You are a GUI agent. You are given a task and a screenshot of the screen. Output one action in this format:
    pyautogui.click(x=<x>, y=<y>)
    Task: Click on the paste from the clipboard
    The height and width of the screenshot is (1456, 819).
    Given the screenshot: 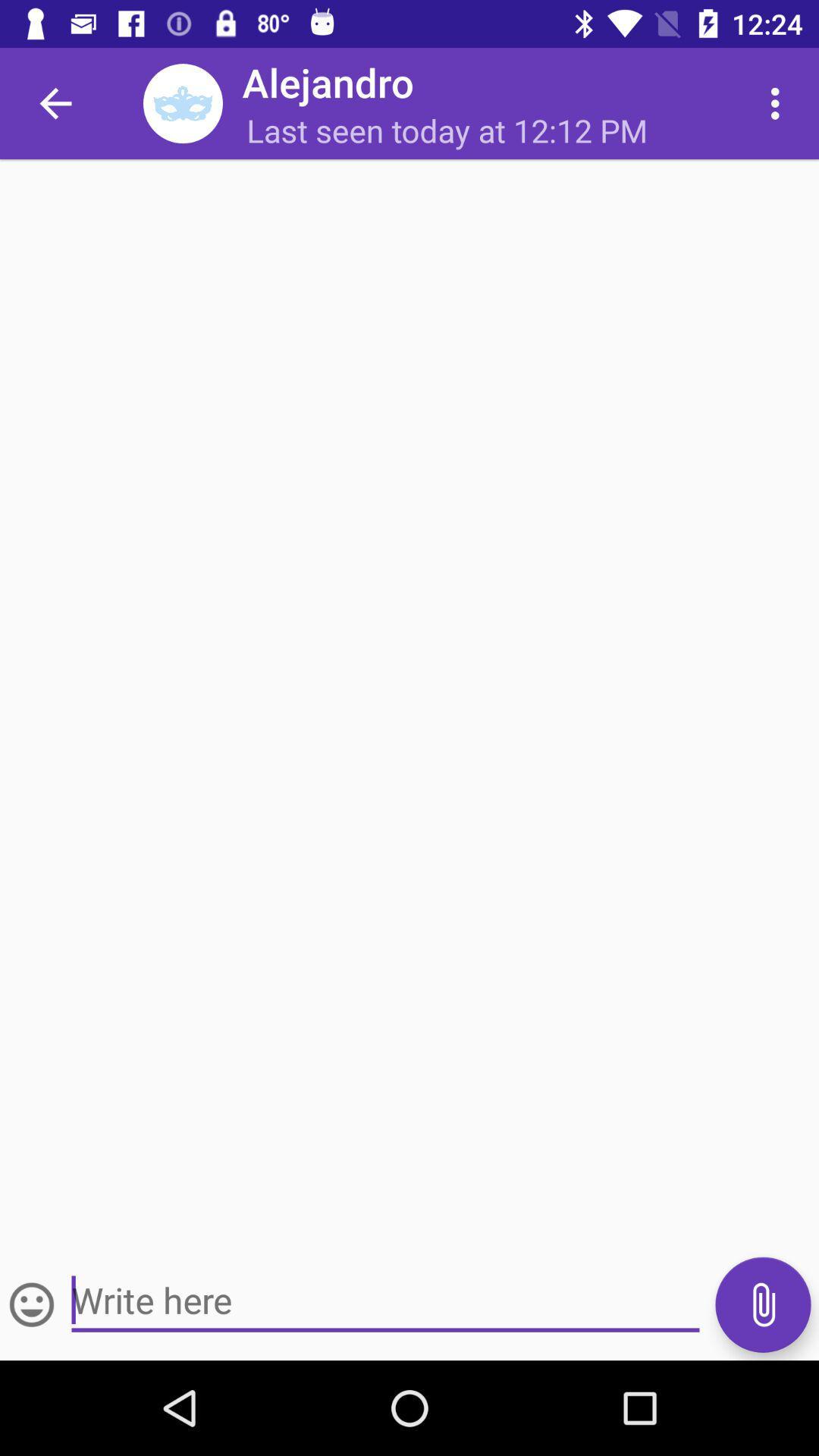 What is the action you would take?
    pyautogui.click(x=763, y=1304)
    